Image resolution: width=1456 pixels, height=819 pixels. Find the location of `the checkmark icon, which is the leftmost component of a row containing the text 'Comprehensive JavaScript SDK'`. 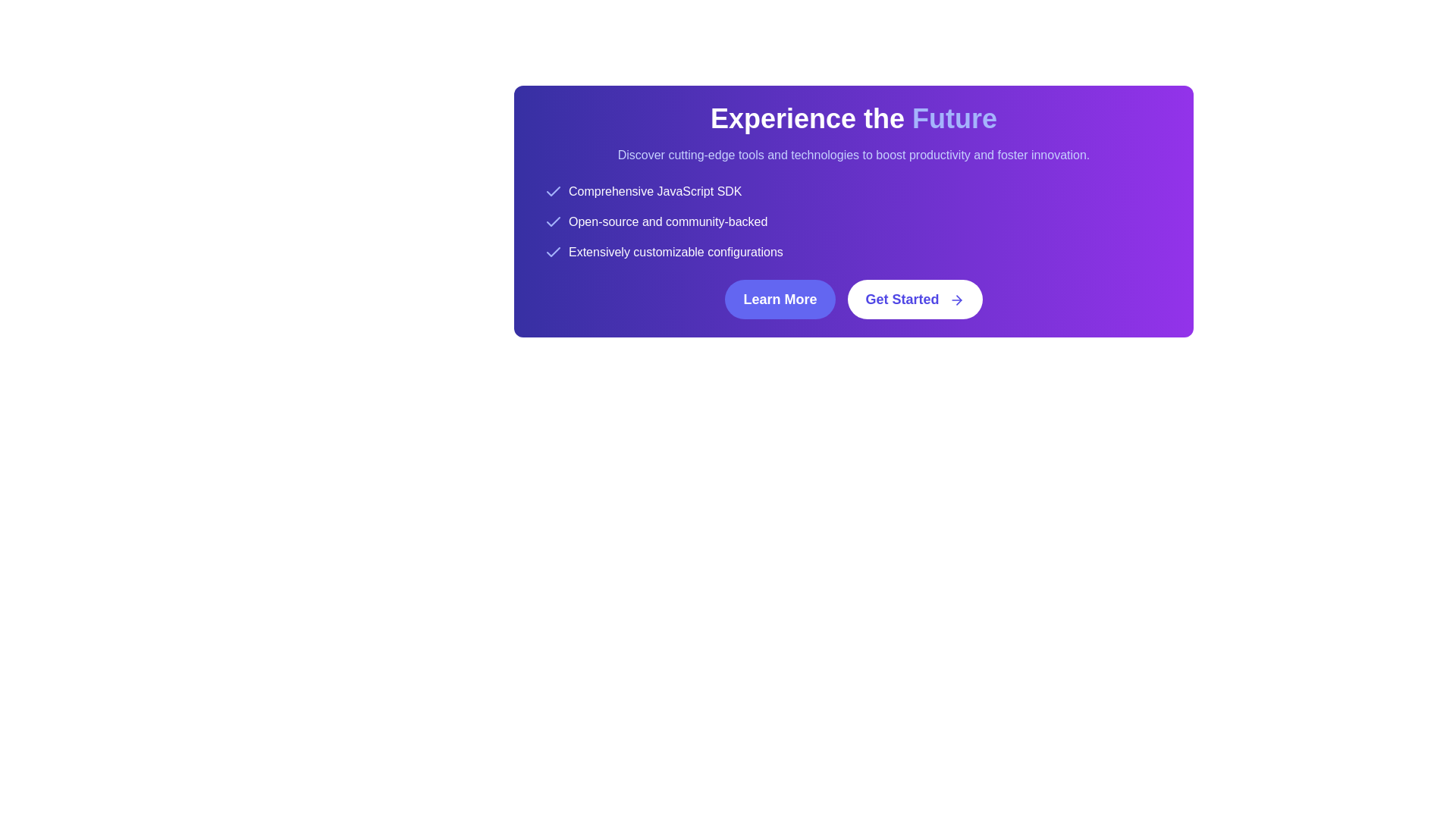

the checkmark icon, which is the leftmost component of a row containing the text 'Comprehensive JavaScript SDK' is located at coordinates (552, 191).